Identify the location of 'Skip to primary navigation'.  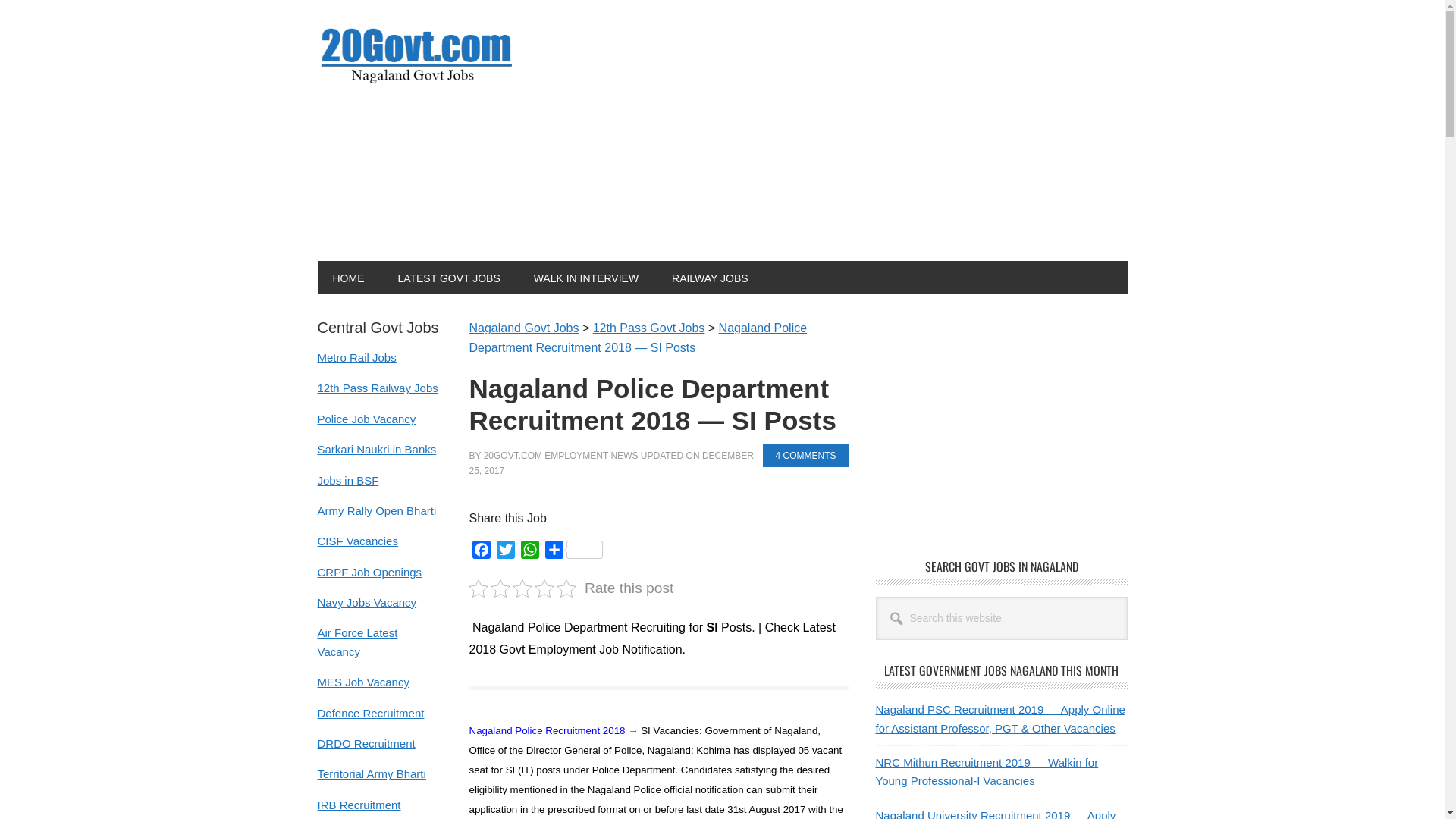
(0, 0).